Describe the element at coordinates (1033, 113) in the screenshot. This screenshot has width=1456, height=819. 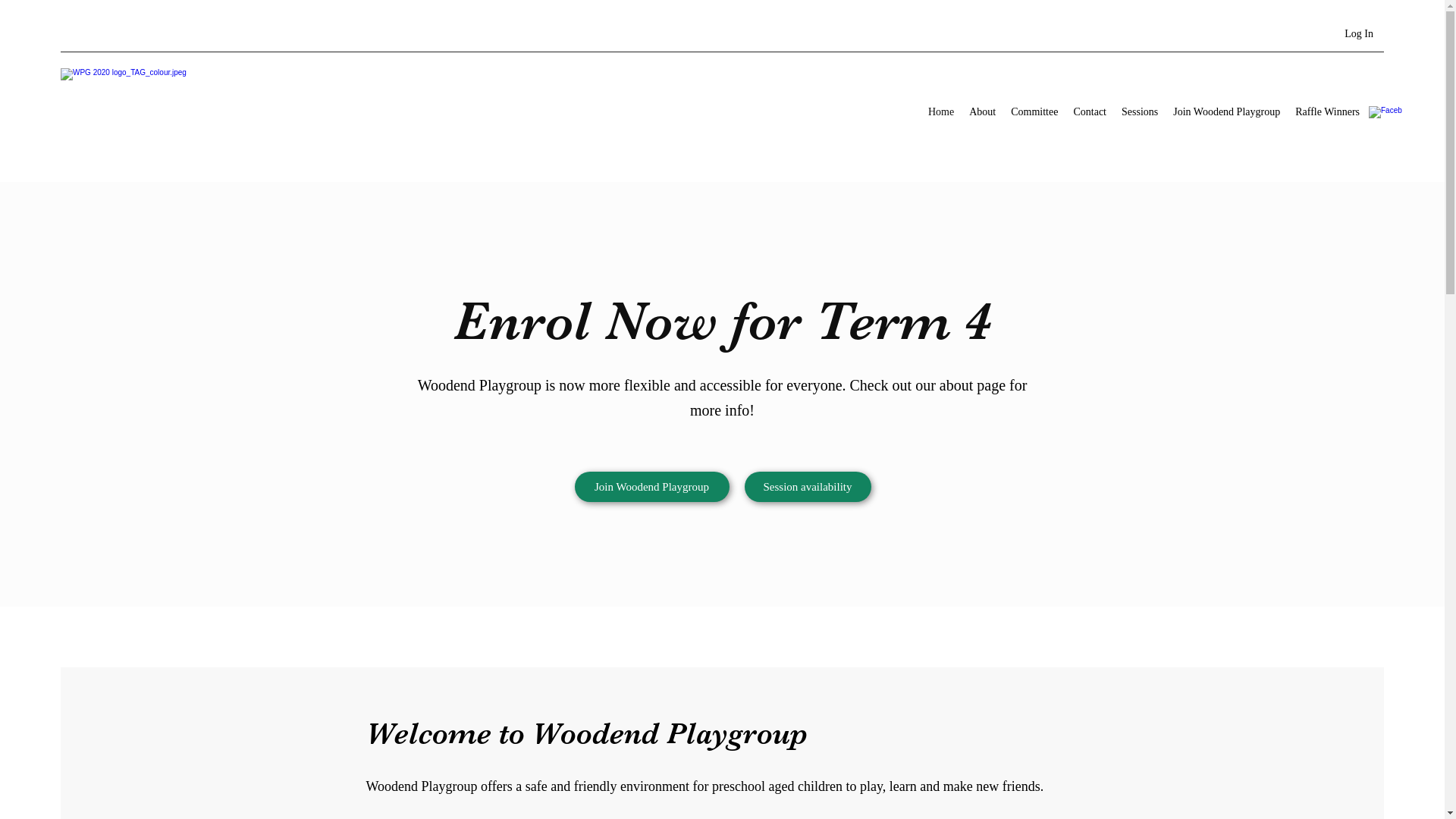
I see `'Committee'` at that location.